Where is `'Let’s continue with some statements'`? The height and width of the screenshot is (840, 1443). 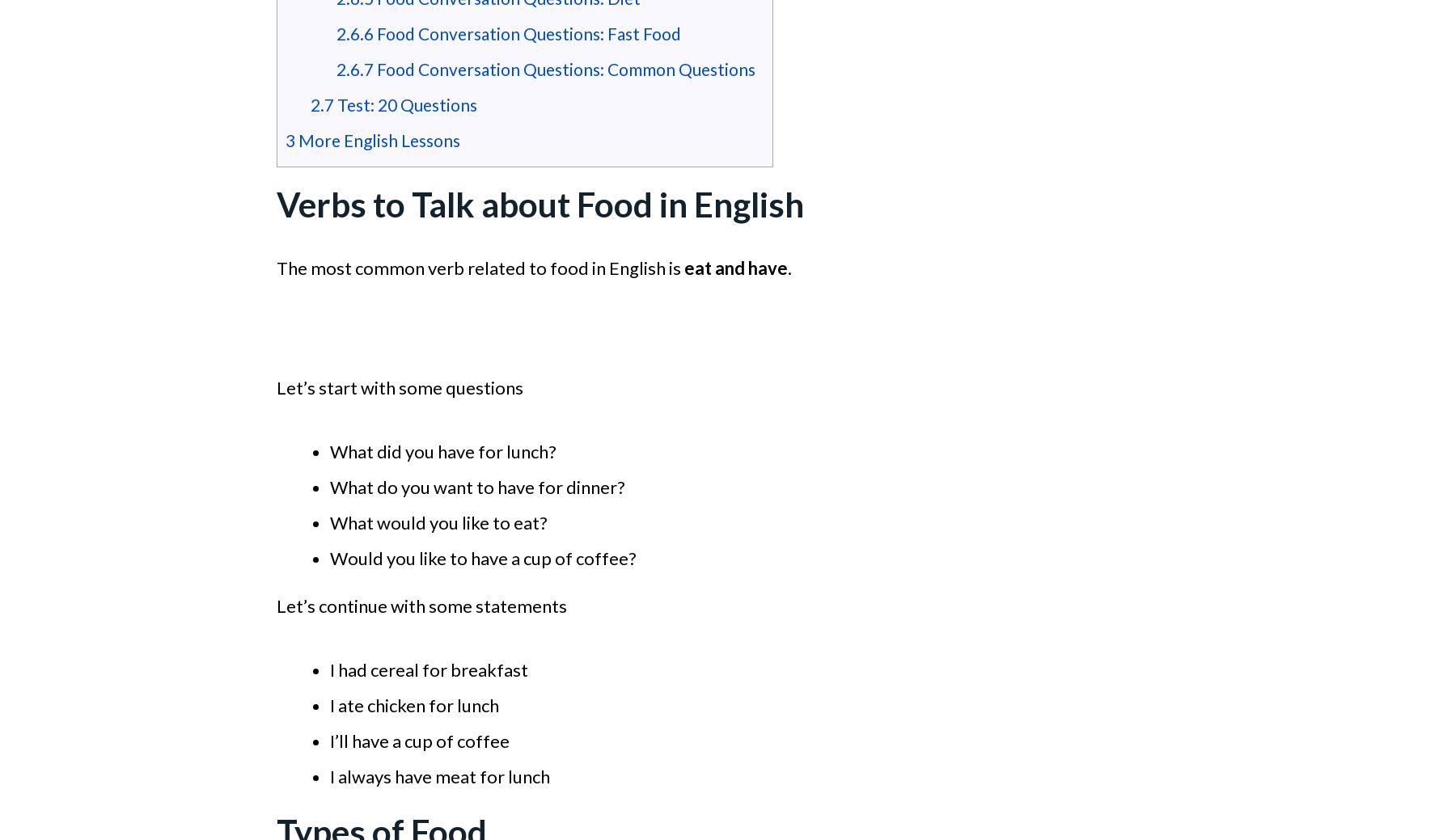 'Let’s continue with some statements' is located at coordinates (421, 605).